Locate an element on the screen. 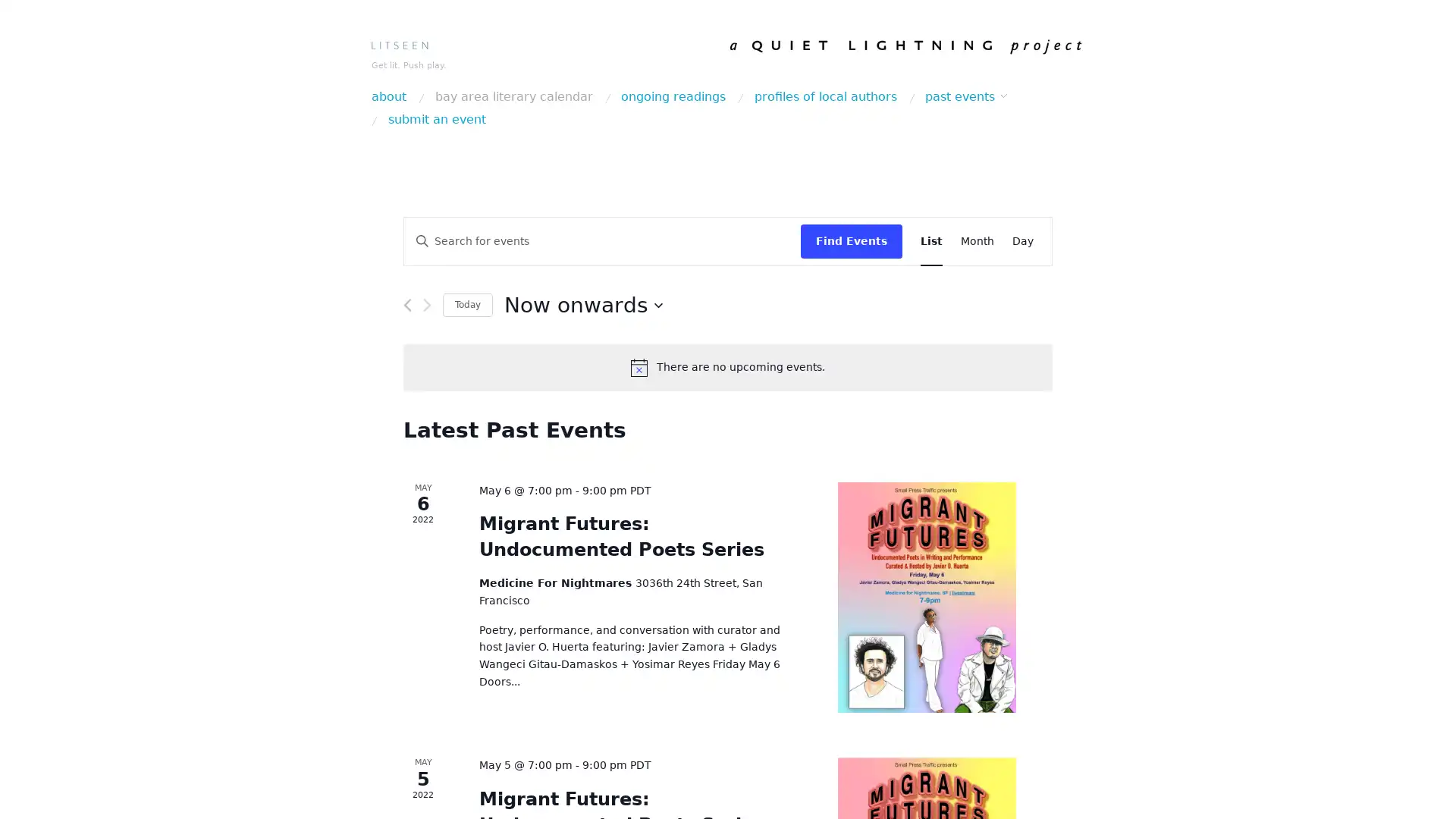 This screenshot has width=1456, height=819. Next Events is located at coordinates (426, 305).